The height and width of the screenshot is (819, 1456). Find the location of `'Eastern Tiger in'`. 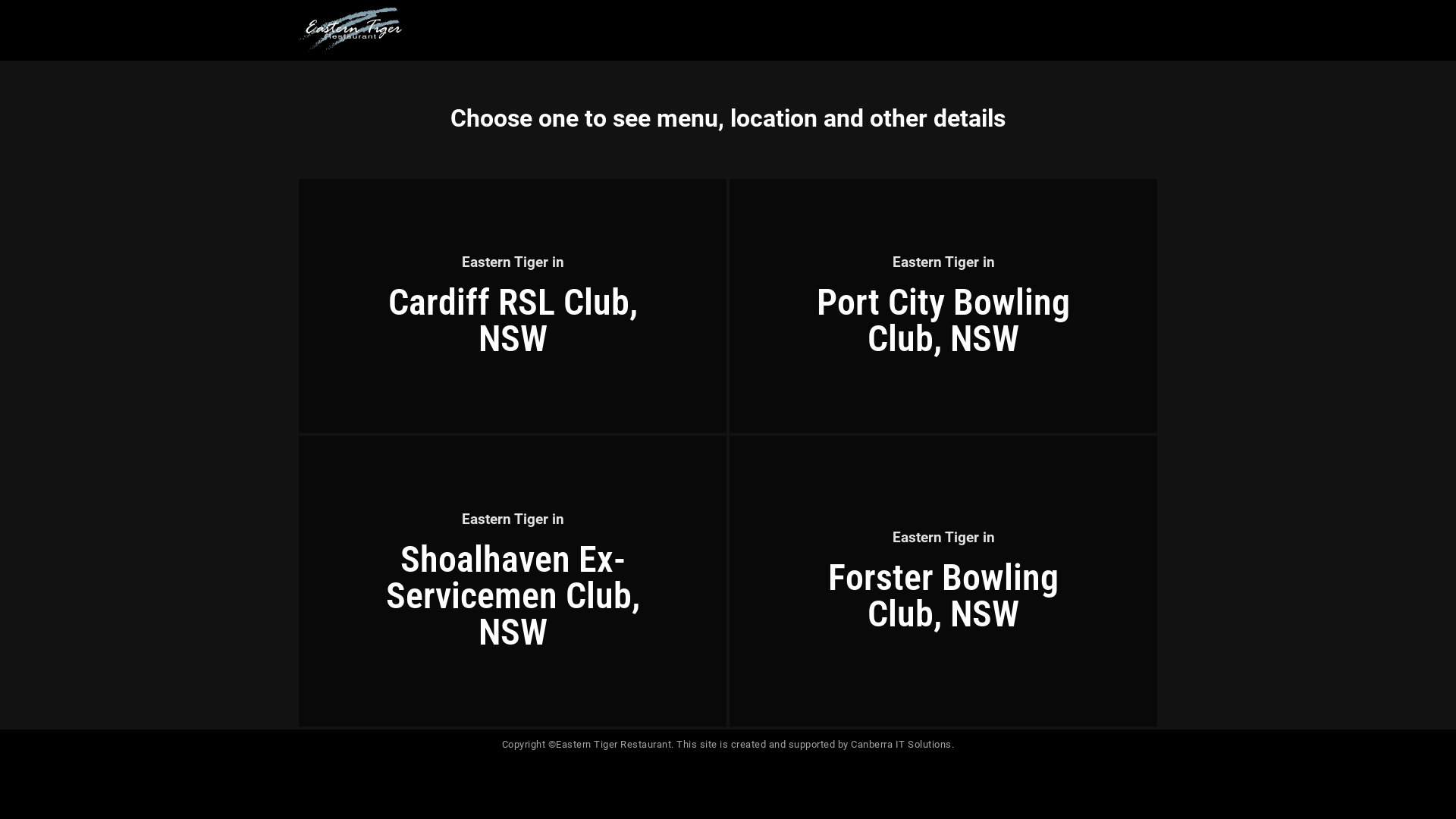

'Eastern Tiger in' is located at coordinates (512, 261).